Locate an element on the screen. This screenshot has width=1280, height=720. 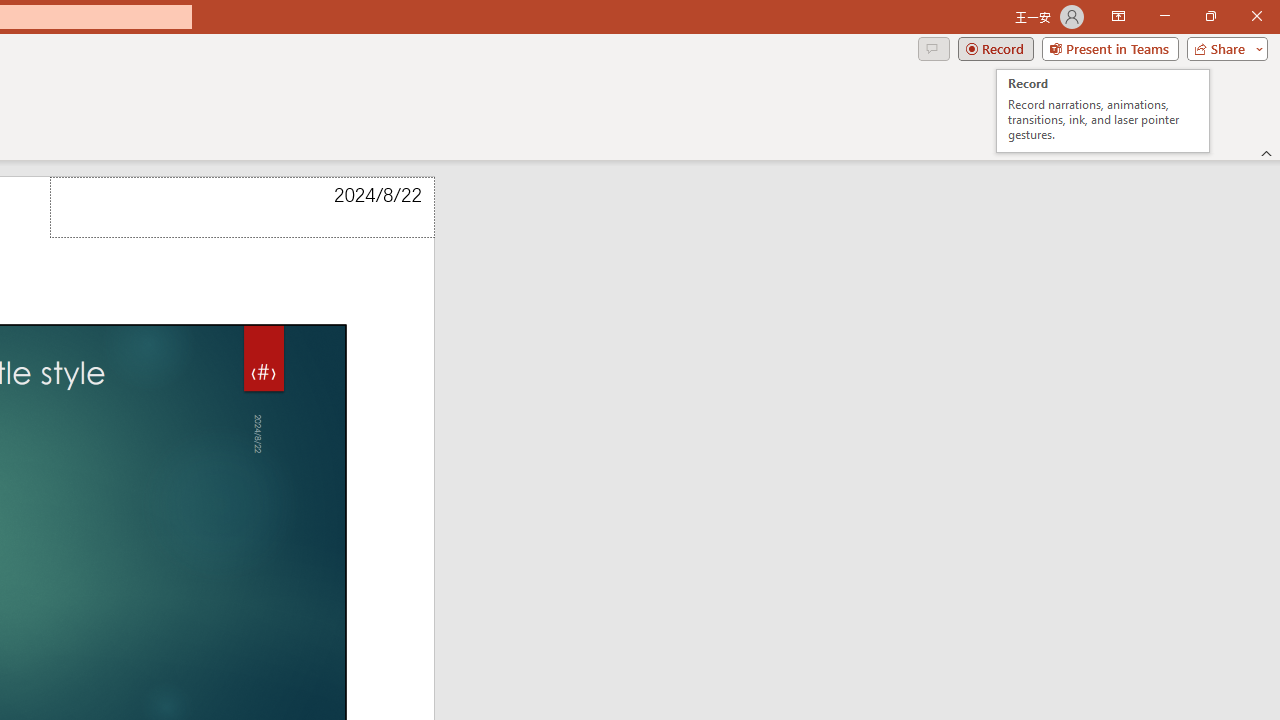
'Date' is located at coordinates (241, 207).